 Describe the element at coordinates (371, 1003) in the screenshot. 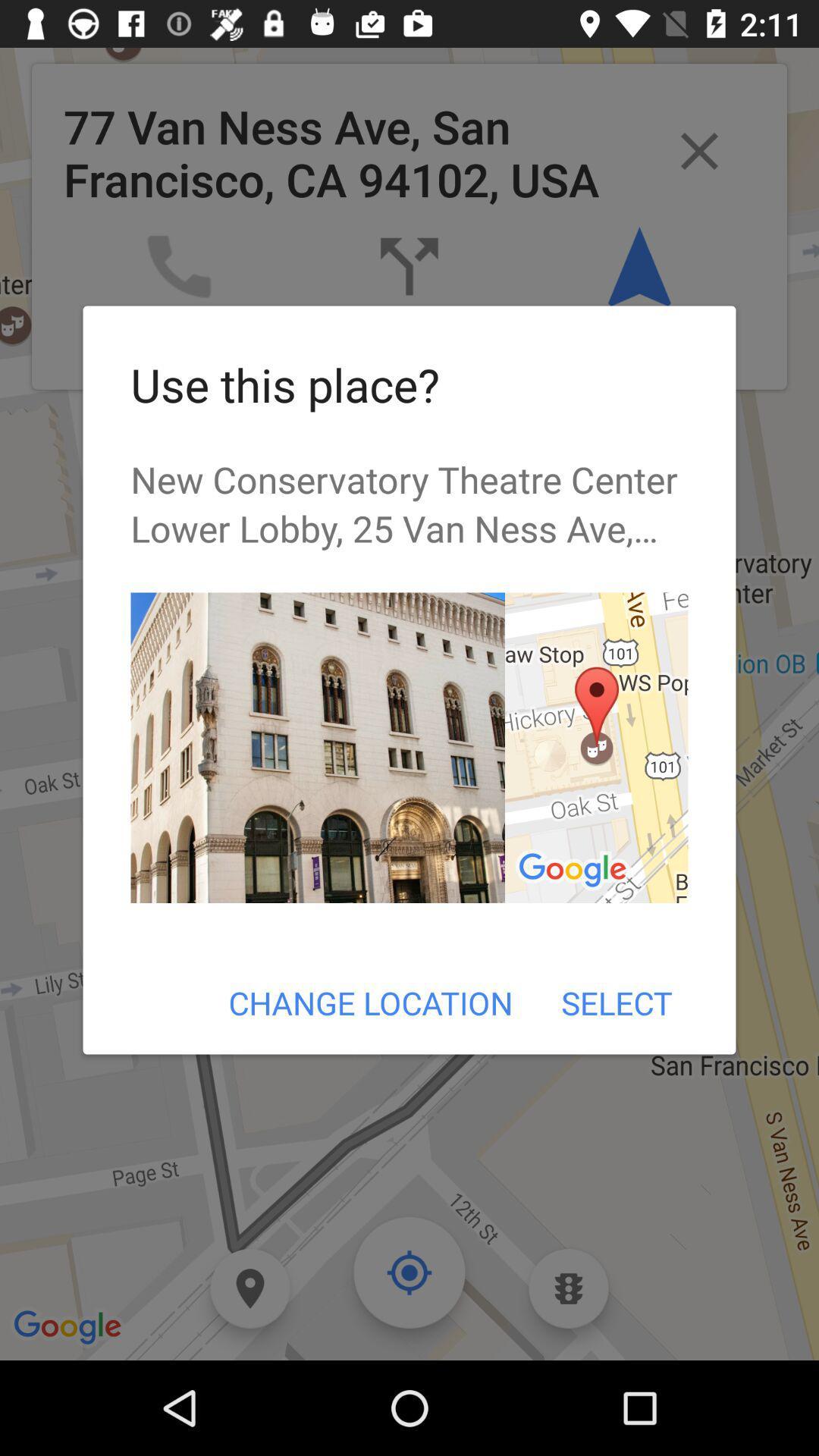

I see `item to the left of select icon` at that location.